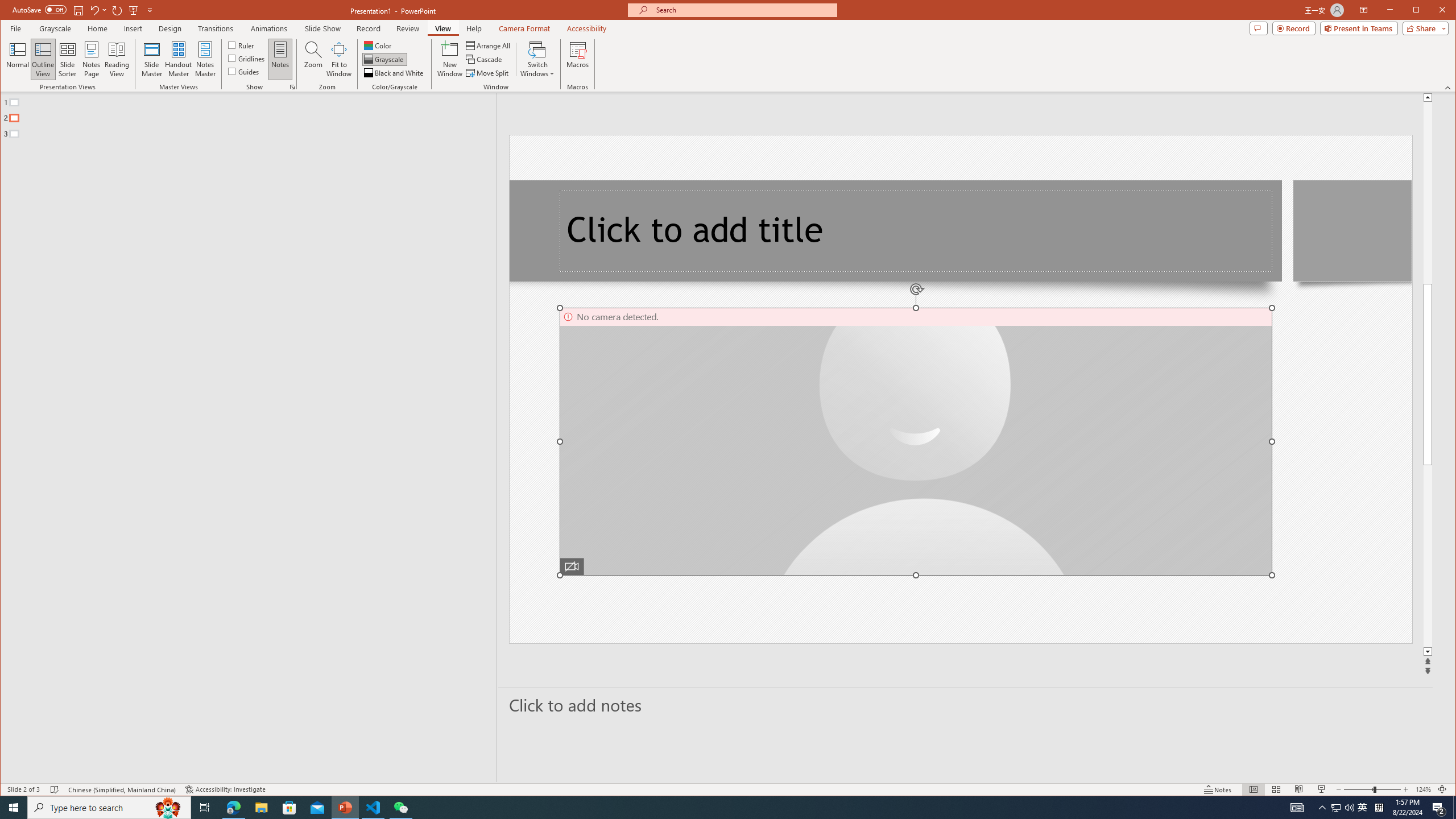 This screenshot has height=819, width=1456. What do you see at coordinates (204, 59) in the screenshot?
I see `'Notes Master'` at bounding box center [204, 59].